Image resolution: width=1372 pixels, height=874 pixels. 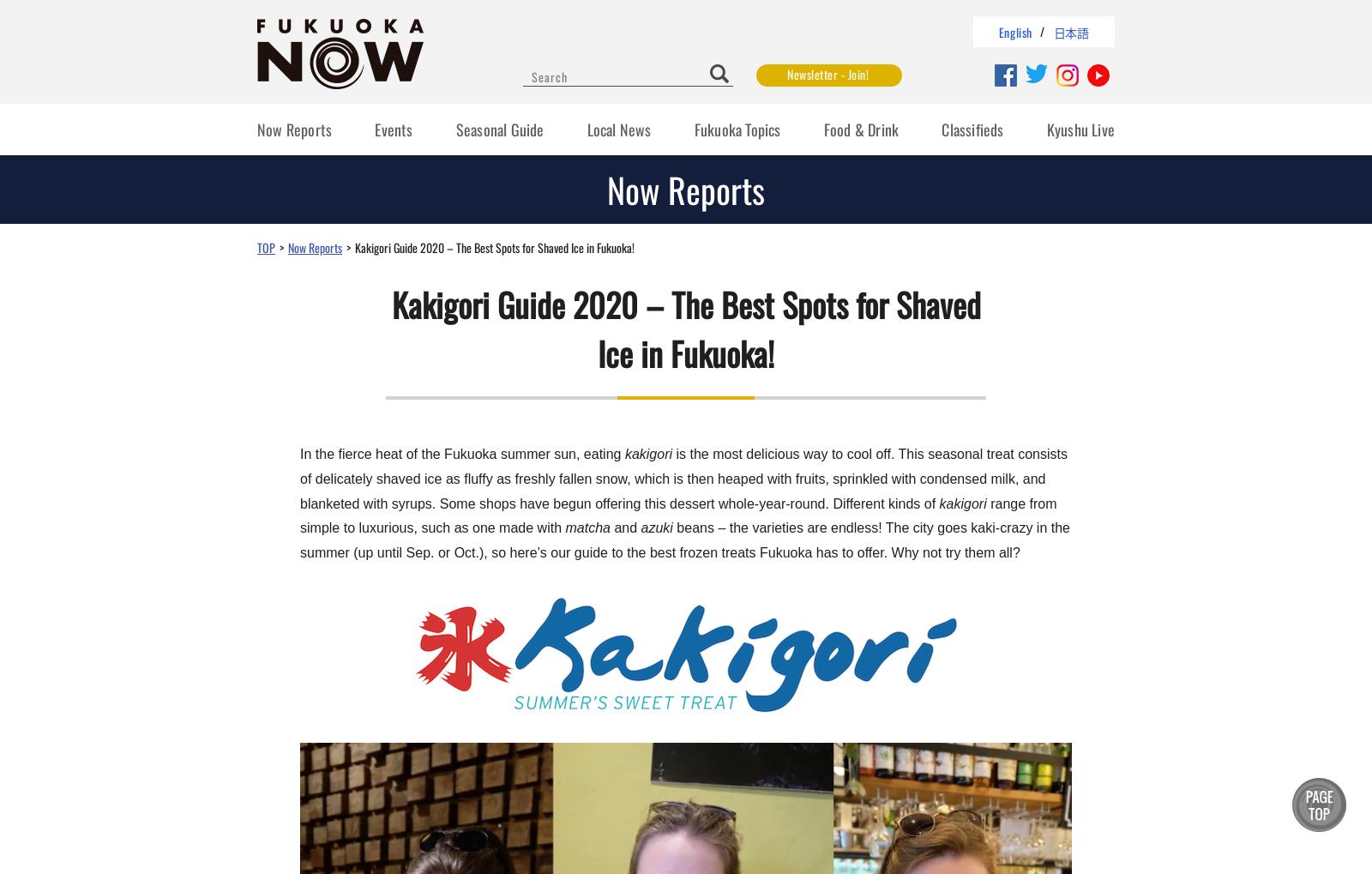 I want to click on 'Seasonal Guide', so click(x=498, y=130).